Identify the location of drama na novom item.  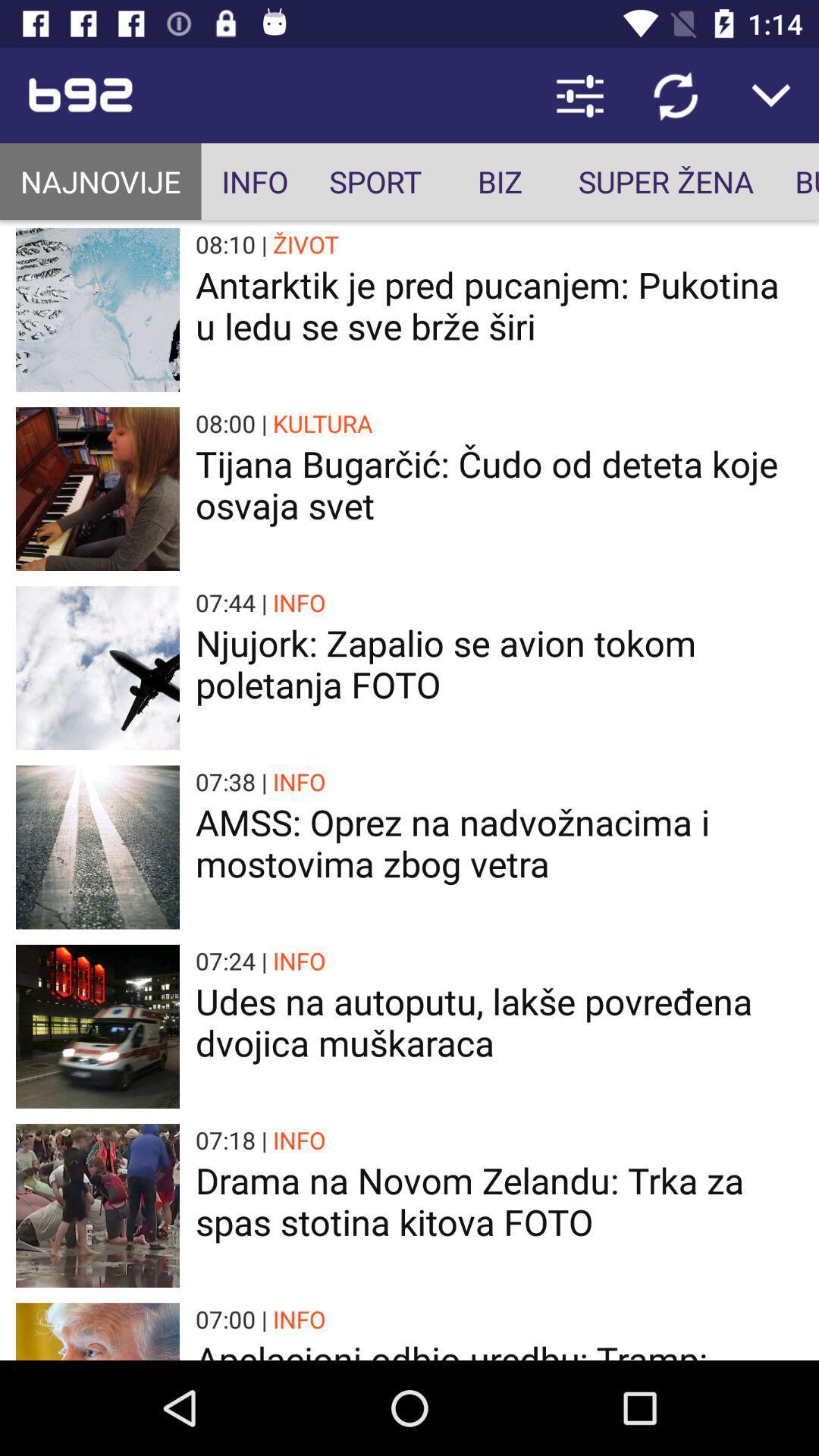
(499, 1200).